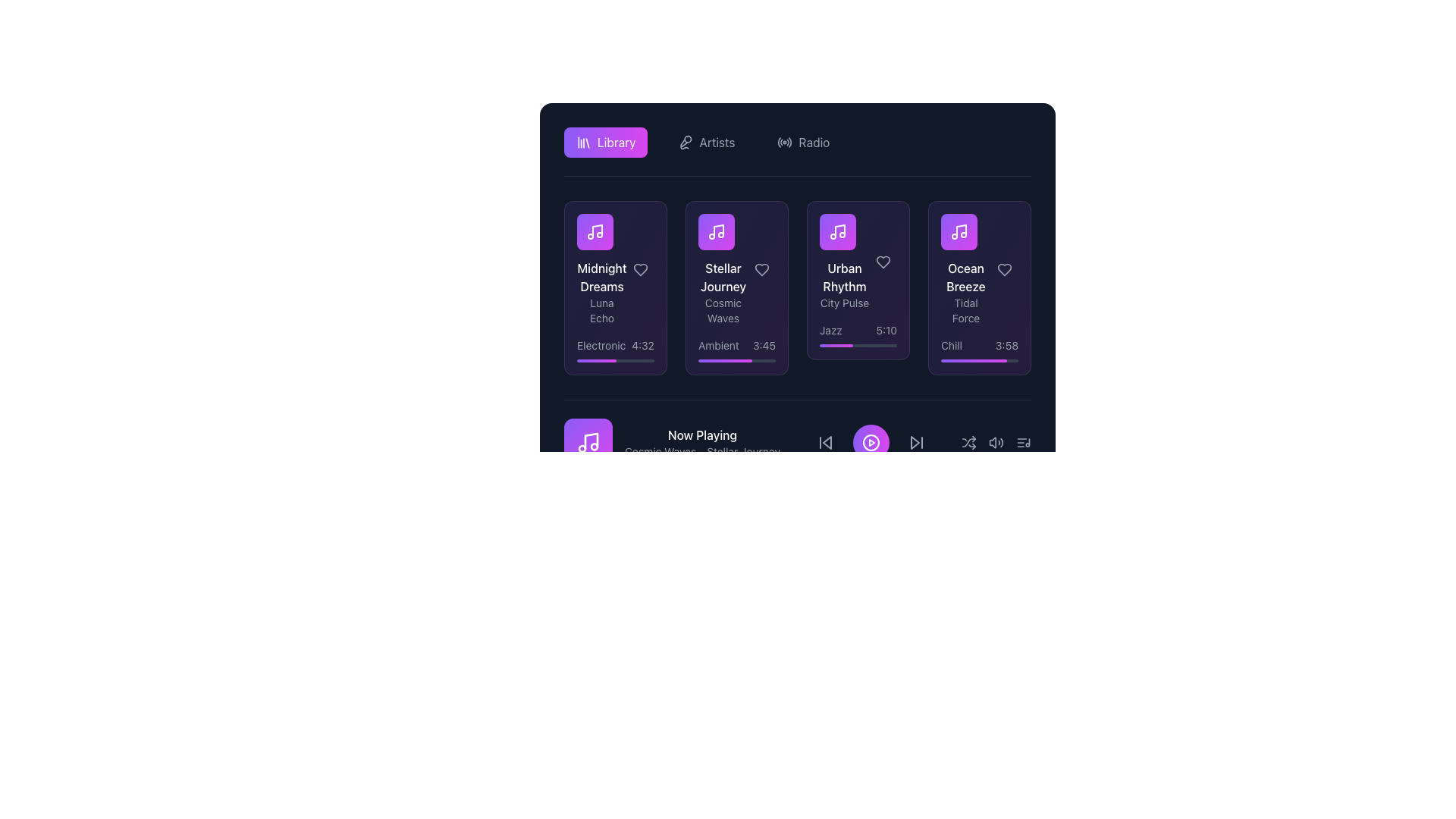 The height and width of the screenshot is (819, 1456). What do you see at coordinates (883, 262) in the screenshot?
I see `the heart-shaped icon in the top-right corner of the 'Urban Rhythm' content card to mark the content as liked` at bounding box center [883, 262].